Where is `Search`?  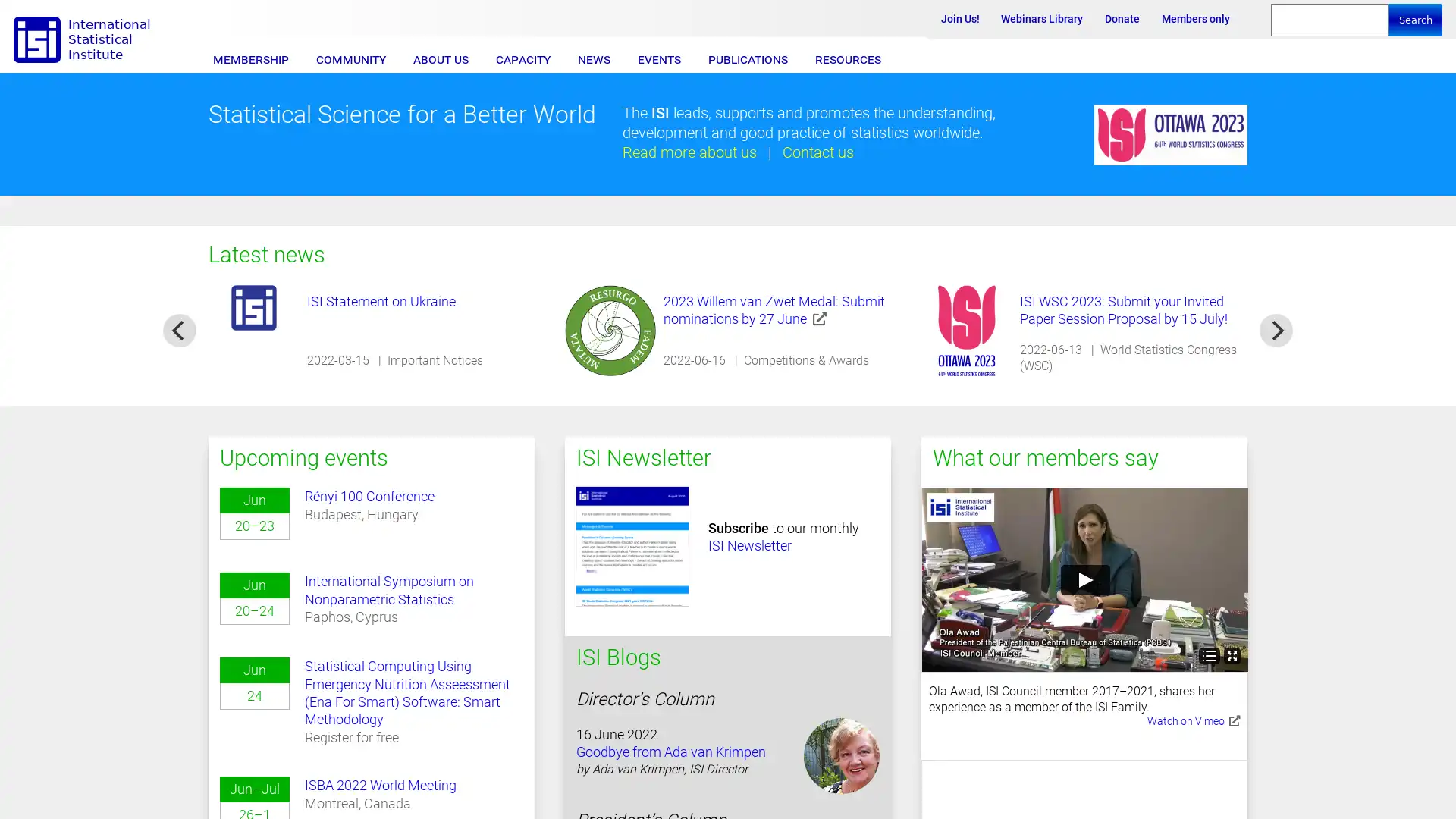
Search is located at coordinates (1414, 20).